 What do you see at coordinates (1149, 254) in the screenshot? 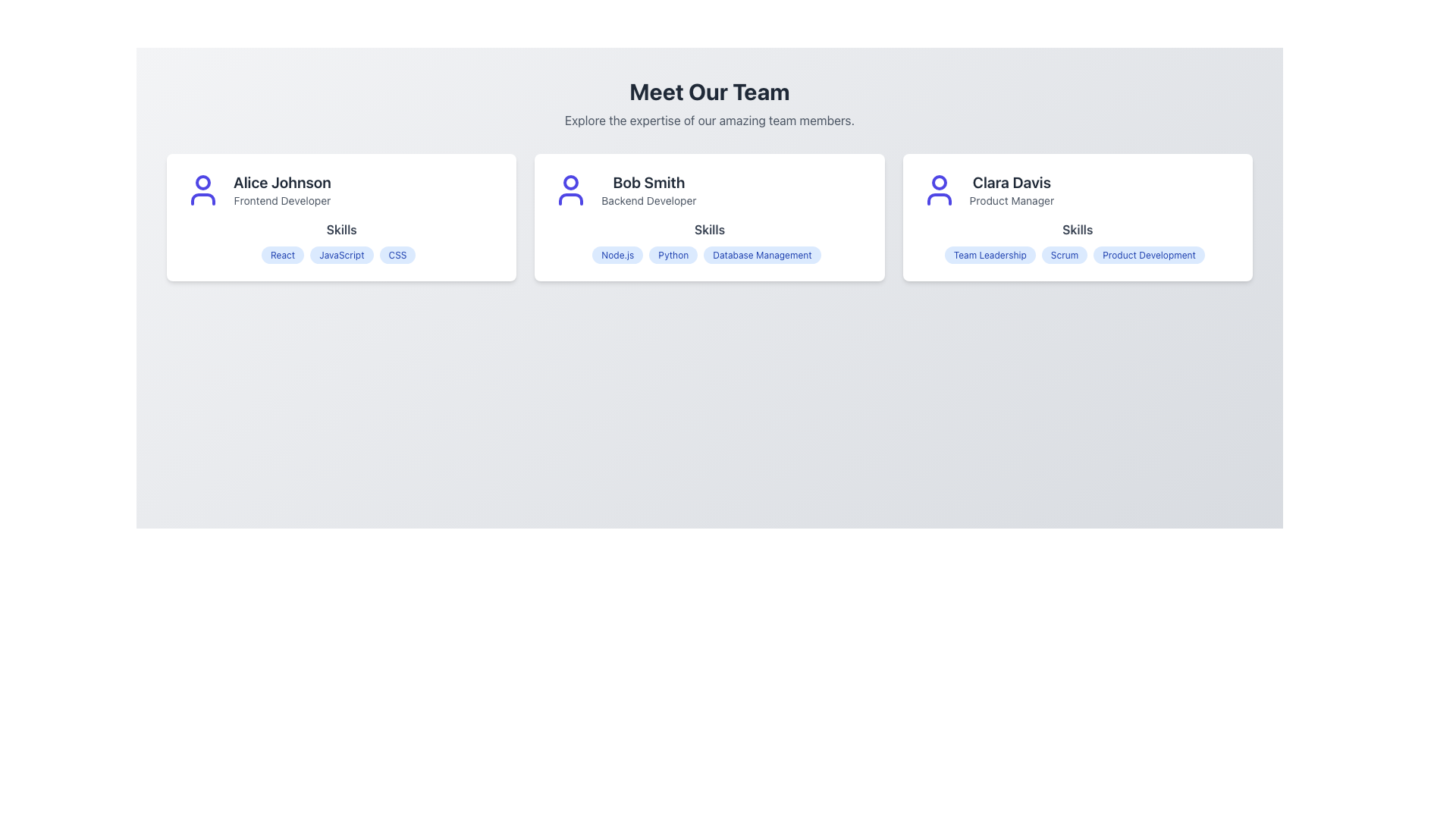
I see `the 'Product Development' text label, which is the third badge in the 'Skills' section of Clara Davis' profile, indicating her expertise` at bounding box center [1149, 254].